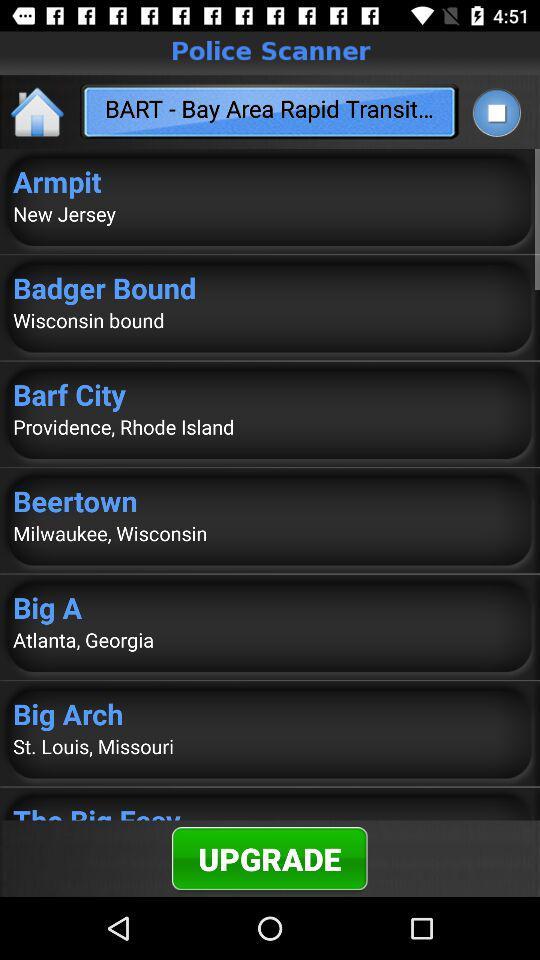  I want to click on home button, so click(38, 111).